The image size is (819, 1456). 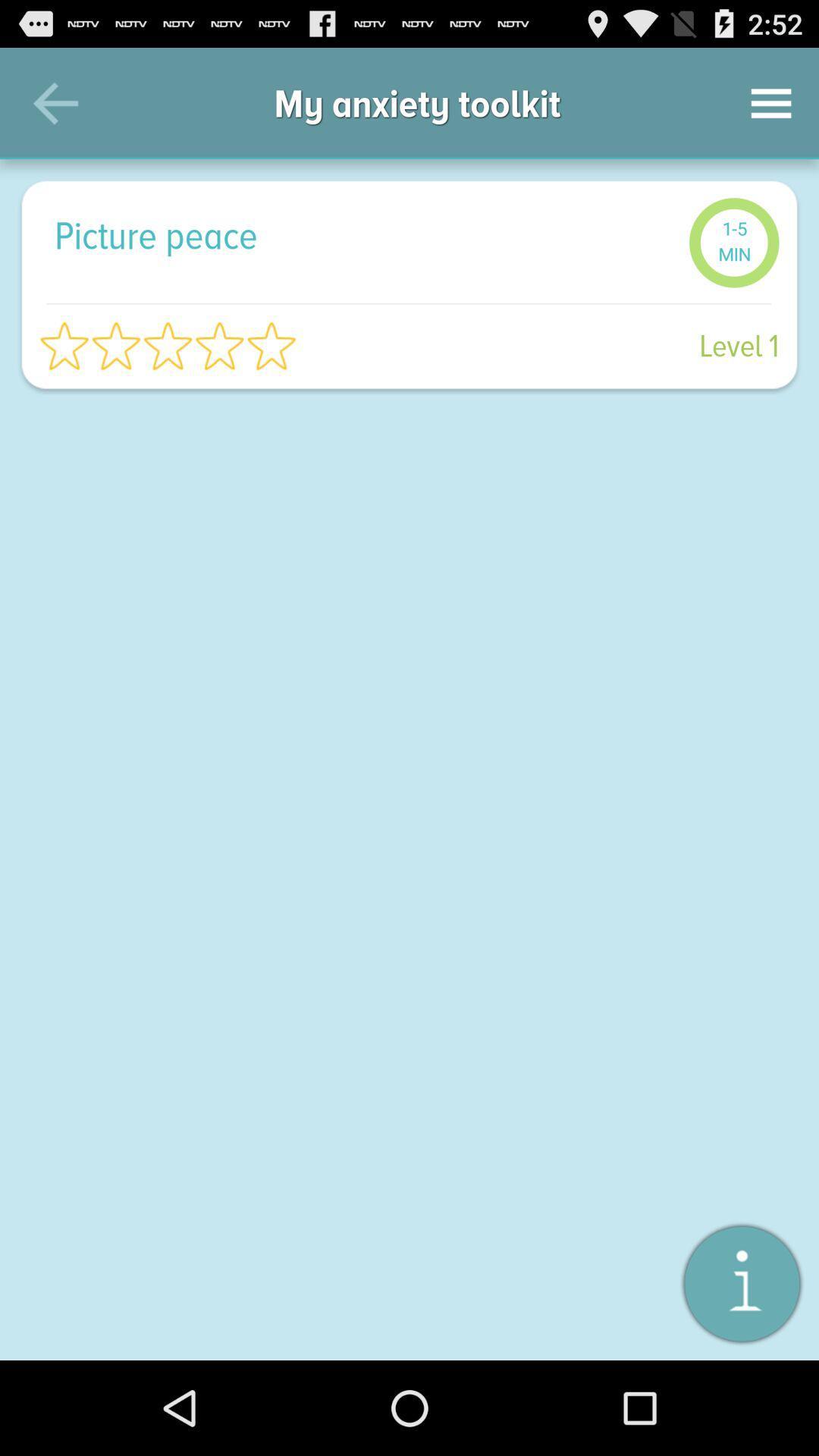 I want to click on info button, so click(x=741, y=1282).